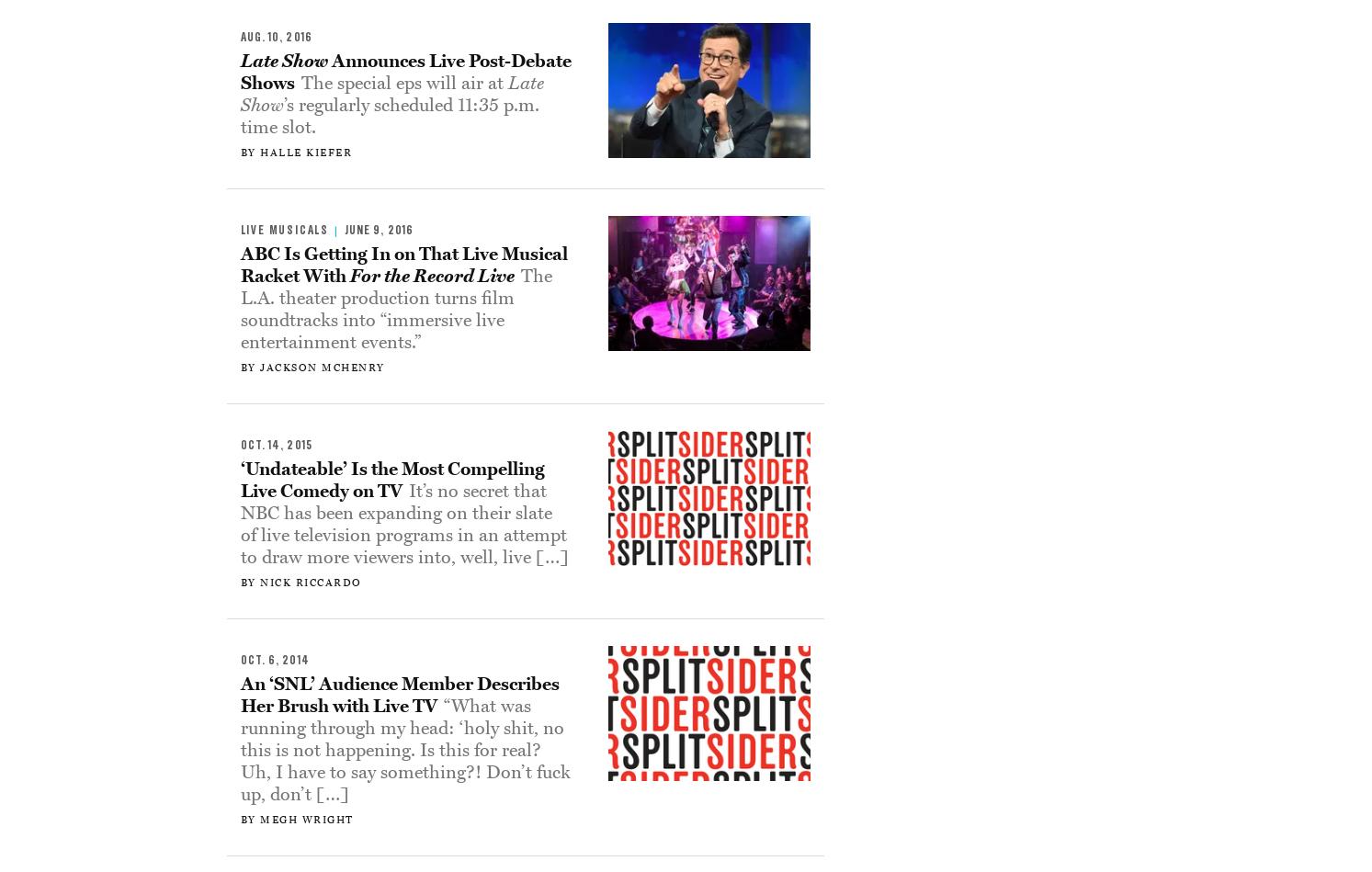  I want to click on 'The L.A. theater production turns film soundtracks into “immersive live entertainment events.”', so click(395, 309).